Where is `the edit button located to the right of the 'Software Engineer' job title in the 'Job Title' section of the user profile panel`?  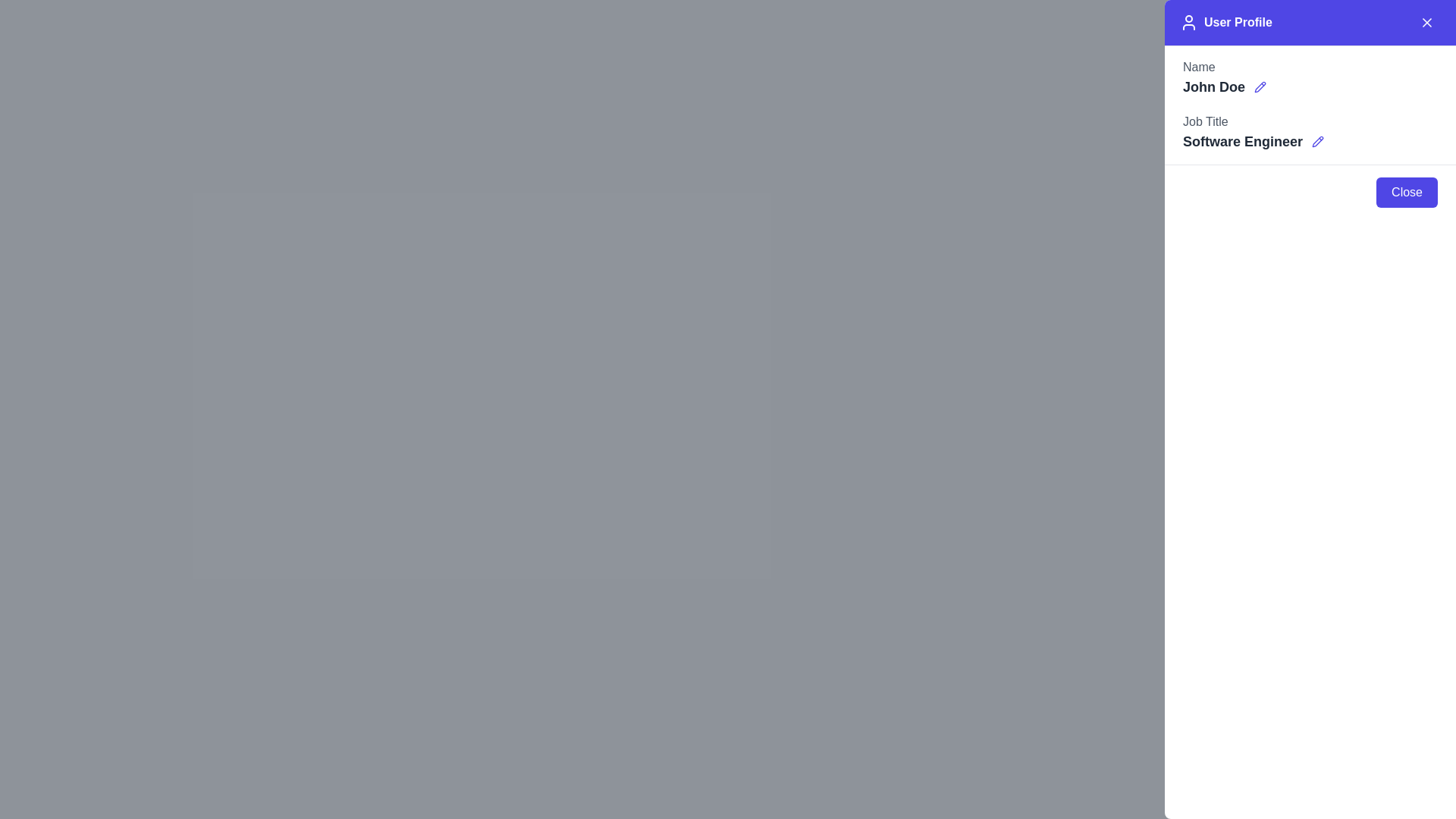 the edit button located to the right of the 'Software Engineer' job title in the 'Job Title' section of the user profile panel is located at coordinates (1316, 141).